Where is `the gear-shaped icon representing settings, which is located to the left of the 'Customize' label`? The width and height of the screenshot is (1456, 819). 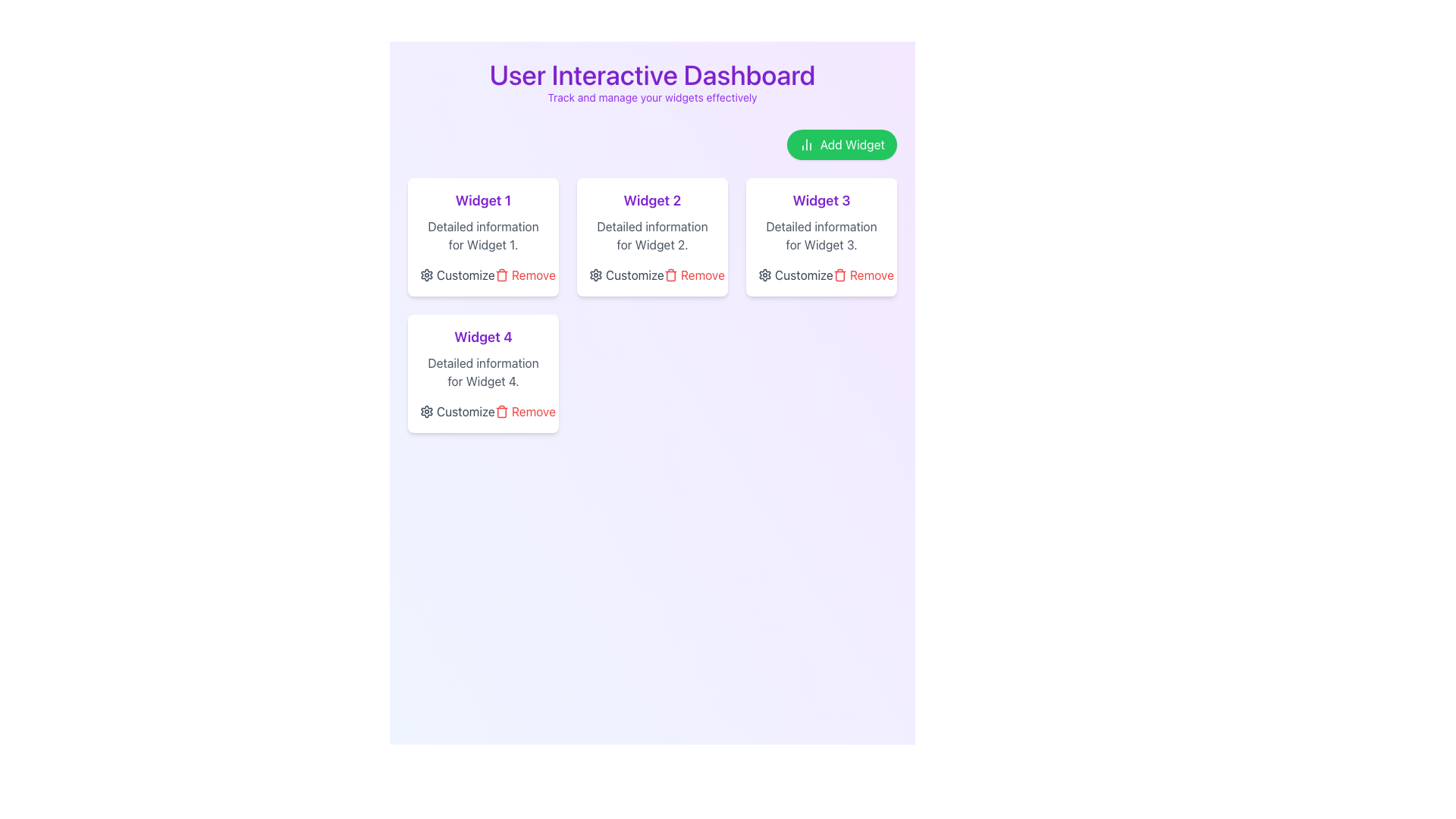 the gear-shaped icon representing settings, which is located to the left of the 'Customize' label is located at coordinates (595, 275).